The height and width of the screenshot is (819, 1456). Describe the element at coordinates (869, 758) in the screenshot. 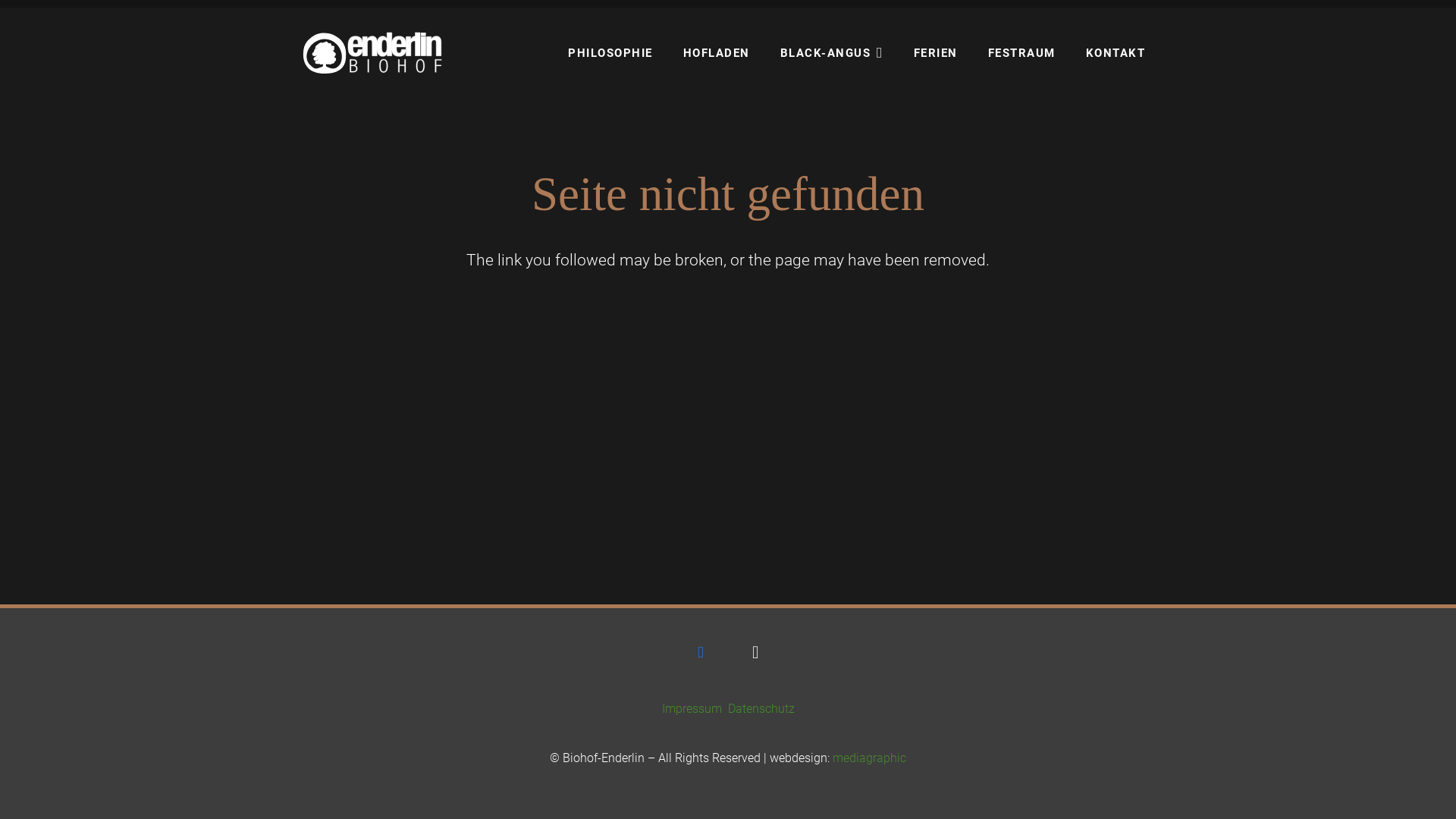

I see `'mediagraphic'` at that location.